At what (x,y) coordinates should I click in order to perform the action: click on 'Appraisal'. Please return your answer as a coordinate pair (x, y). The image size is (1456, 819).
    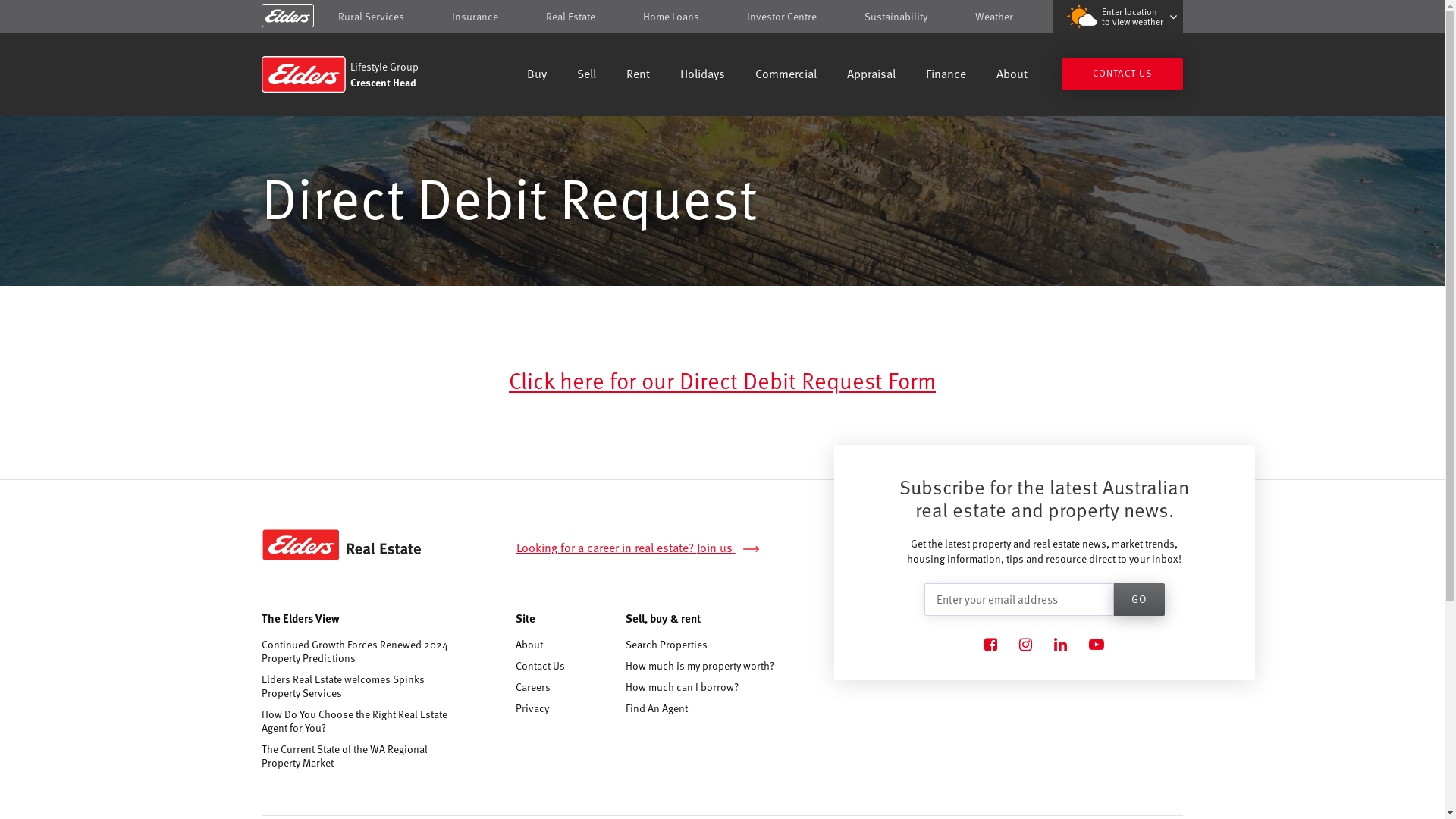
    Looking at the image, I should click on (871, 75).